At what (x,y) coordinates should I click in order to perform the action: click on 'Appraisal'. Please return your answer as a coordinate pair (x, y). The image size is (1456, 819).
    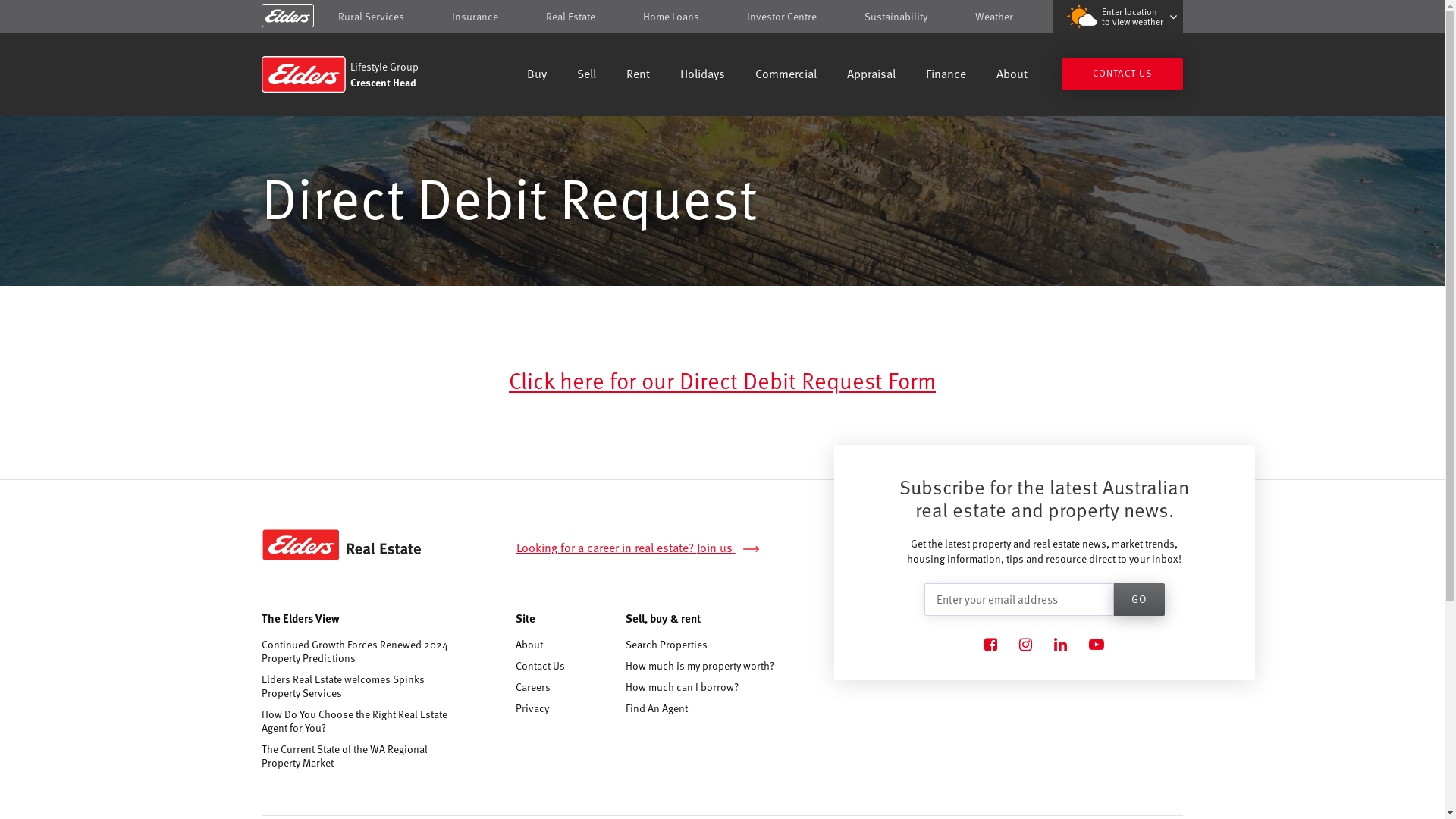
    Looking at the image, I should click on (871, 75).